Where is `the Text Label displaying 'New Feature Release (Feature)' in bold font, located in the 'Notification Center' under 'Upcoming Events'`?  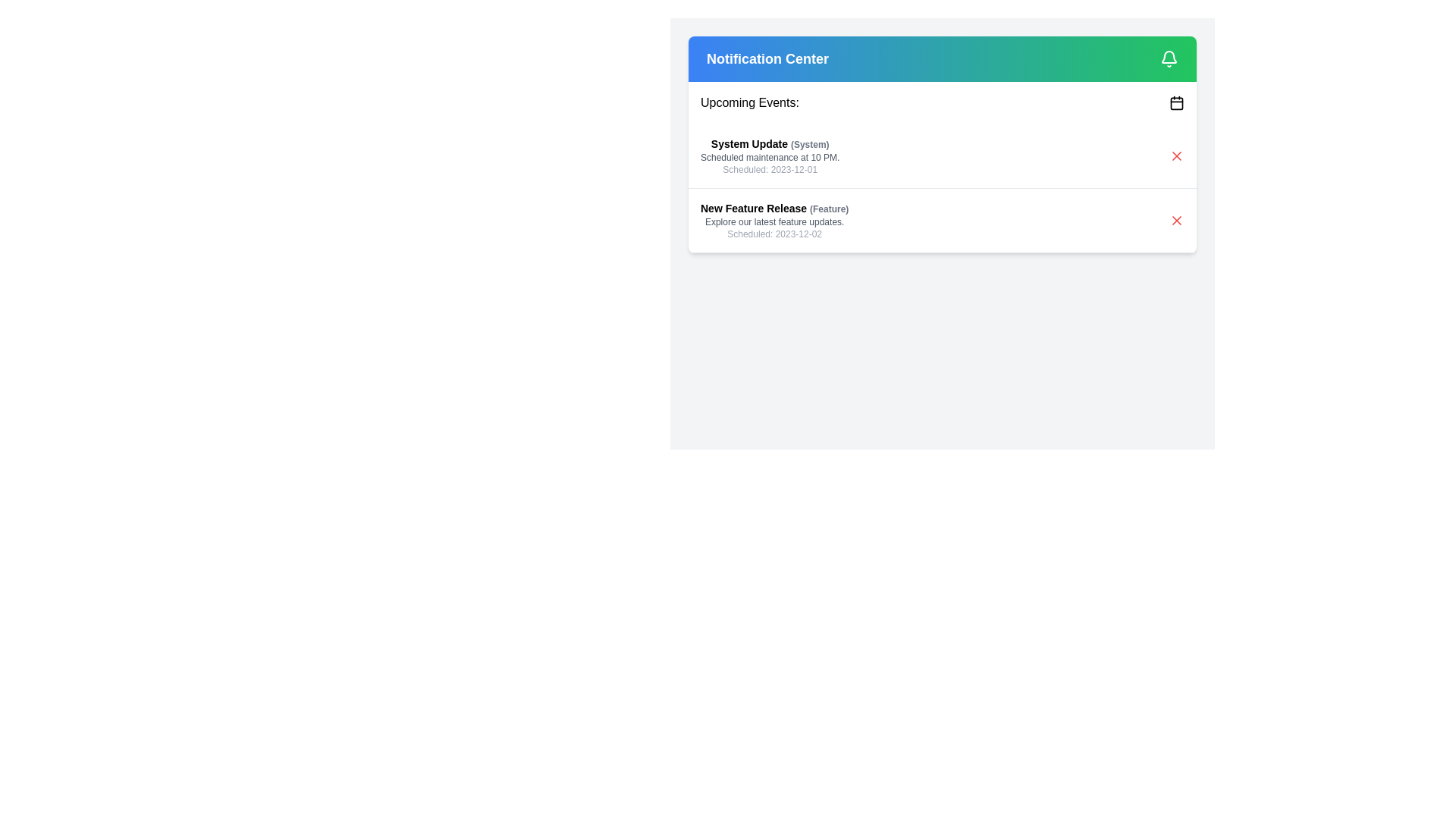 the Text Label displaying 'New Feature Release (Feature)' in bold font, located in the 'Notification Center' under 'Upcoming Events' is located at coordinates (774, 208).